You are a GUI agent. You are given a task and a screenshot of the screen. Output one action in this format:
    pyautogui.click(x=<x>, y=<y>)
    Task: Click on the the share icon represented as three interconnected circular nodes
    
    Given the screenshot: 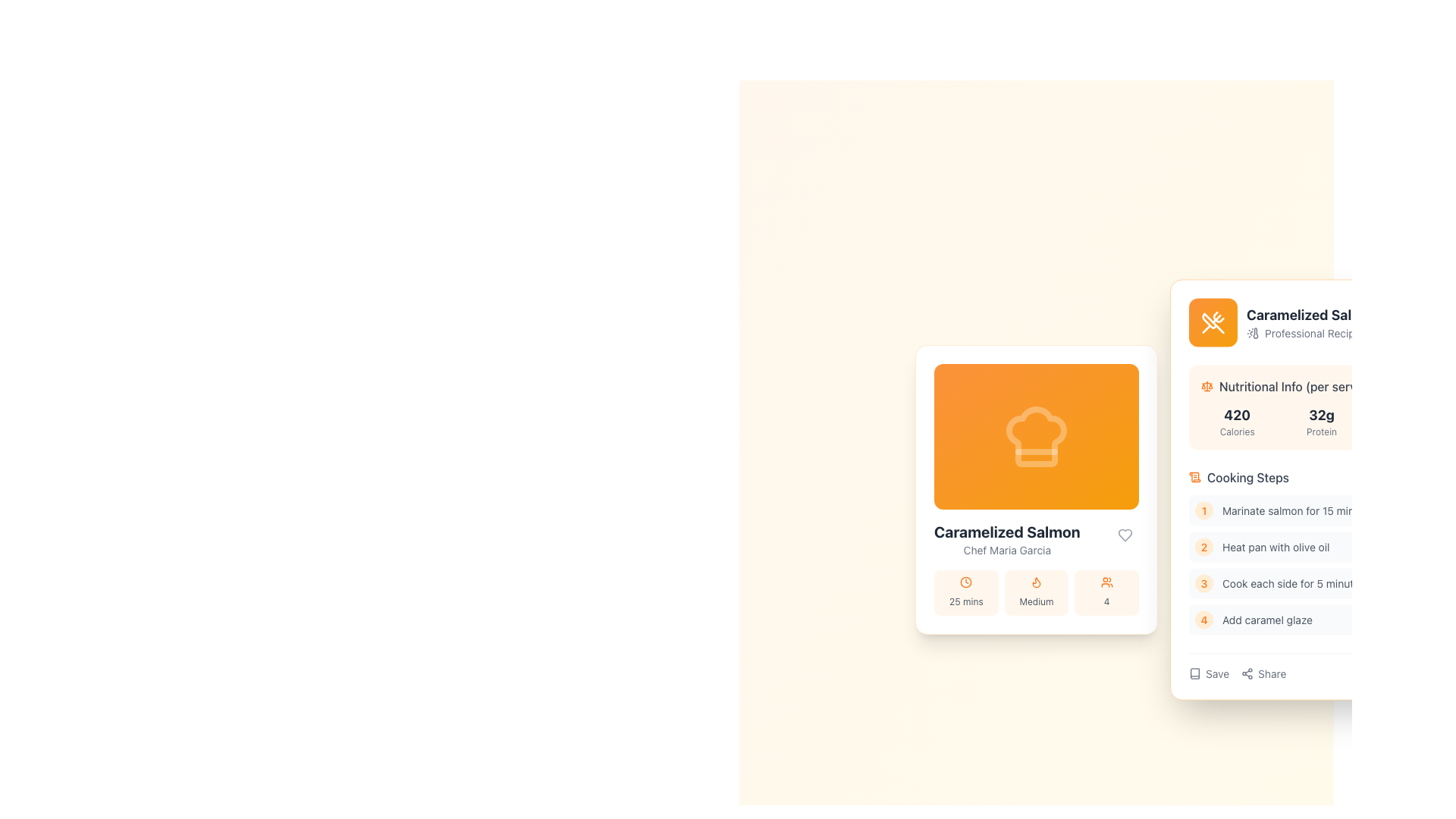 What is the action you would take?
    pyautogui.click(x=1247, y=673)
    